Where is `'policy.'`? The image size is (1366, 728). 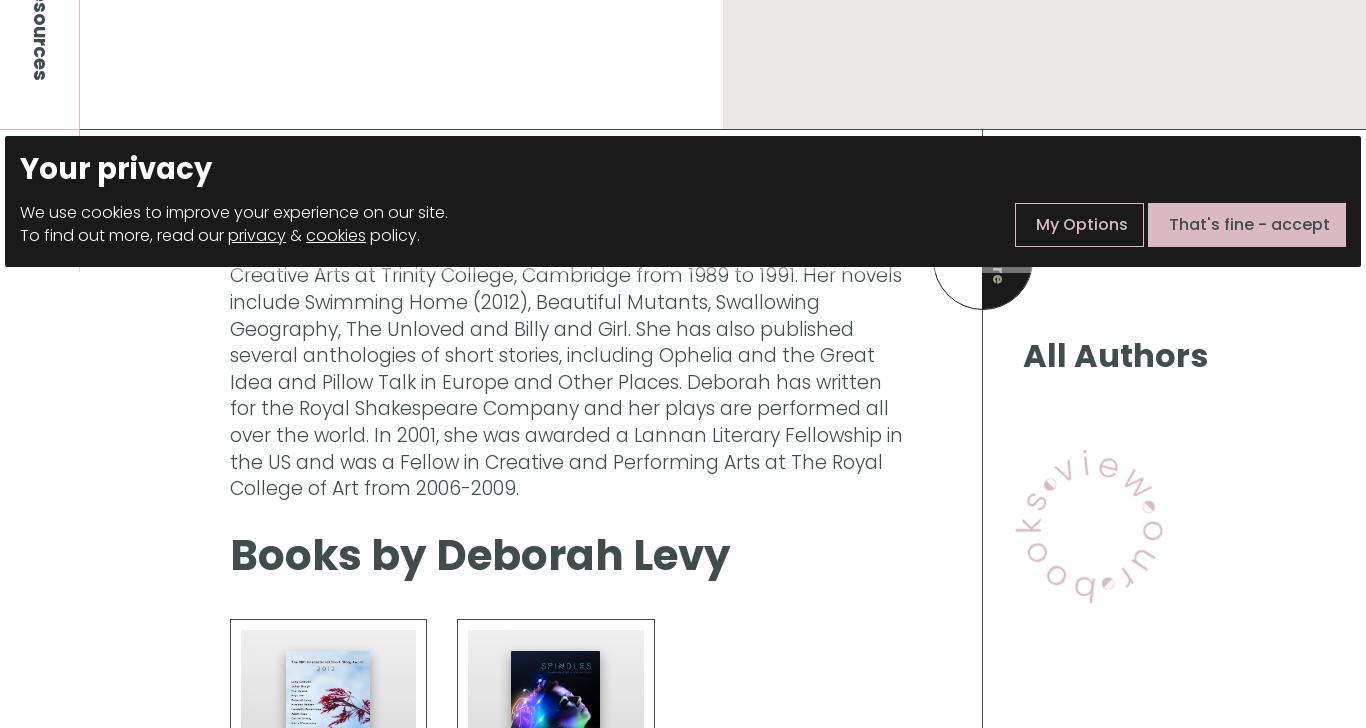 'policy.' is located at coordinates (391, 234).